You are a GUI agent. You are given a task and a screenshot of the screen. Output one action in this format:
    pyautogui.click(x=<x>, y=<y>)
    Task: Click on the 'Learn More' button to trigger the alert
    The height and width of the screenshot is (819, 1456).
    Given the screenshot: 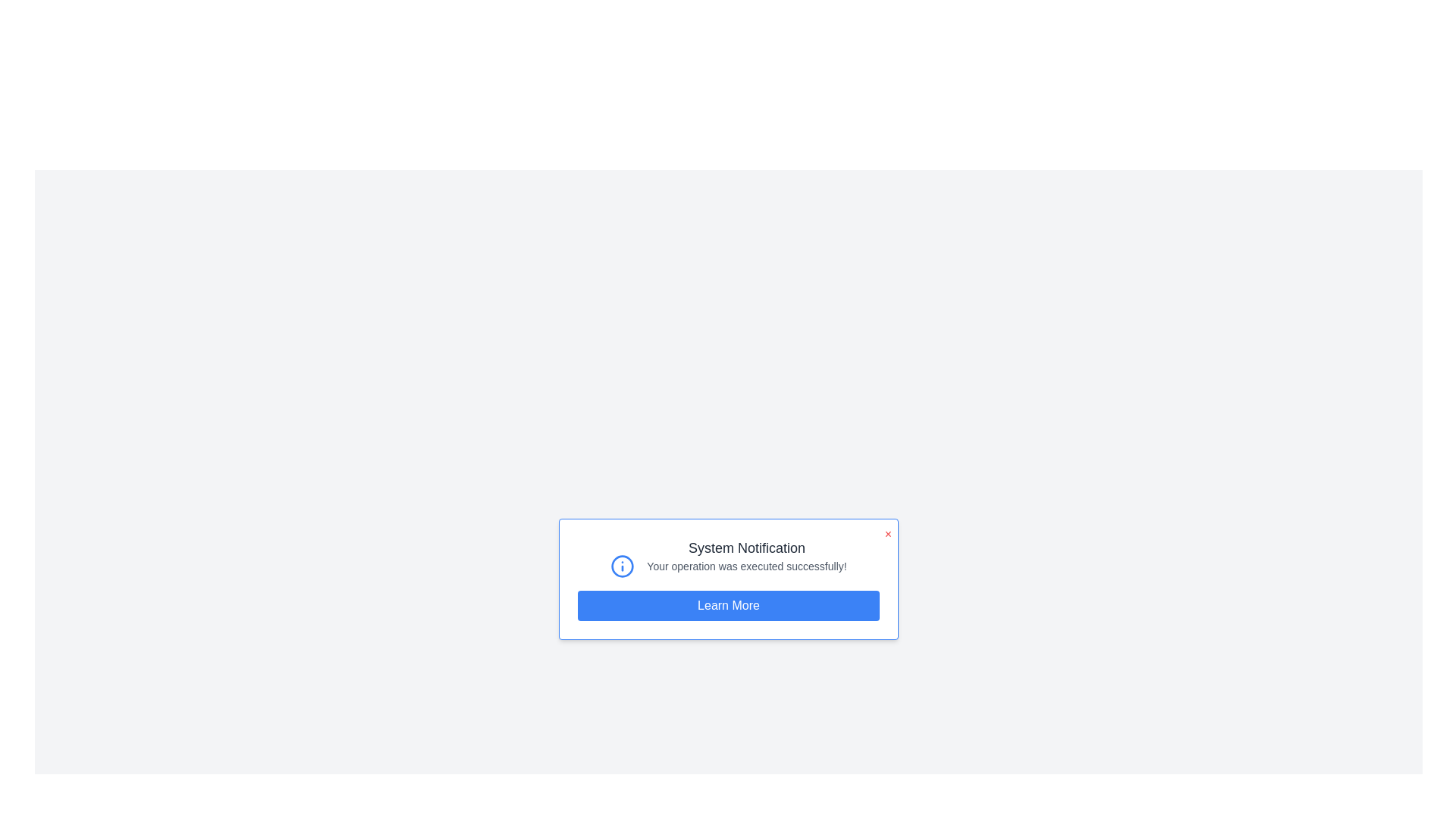 What is the action you would take?
    pyautogui.click(x=728, y=604)
    